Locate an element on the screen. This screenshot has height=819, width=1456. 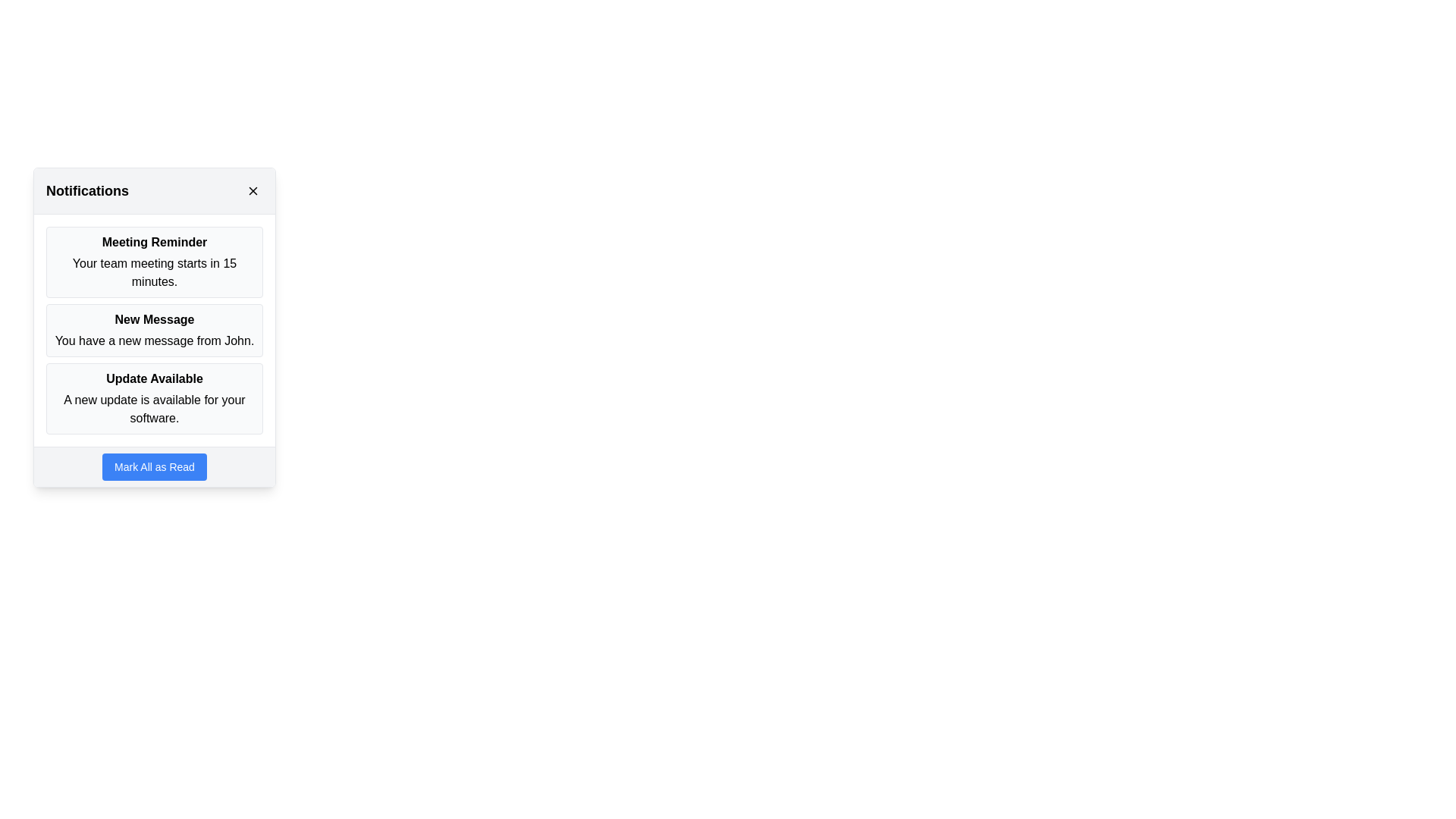
the text element that contains the message 'Your team meeting starts in 15 minutes.' which is located beneath the 'Meeting Reminder' heading in the first notification block of the 'Notifications' panel is located at coordinates (154, 271).